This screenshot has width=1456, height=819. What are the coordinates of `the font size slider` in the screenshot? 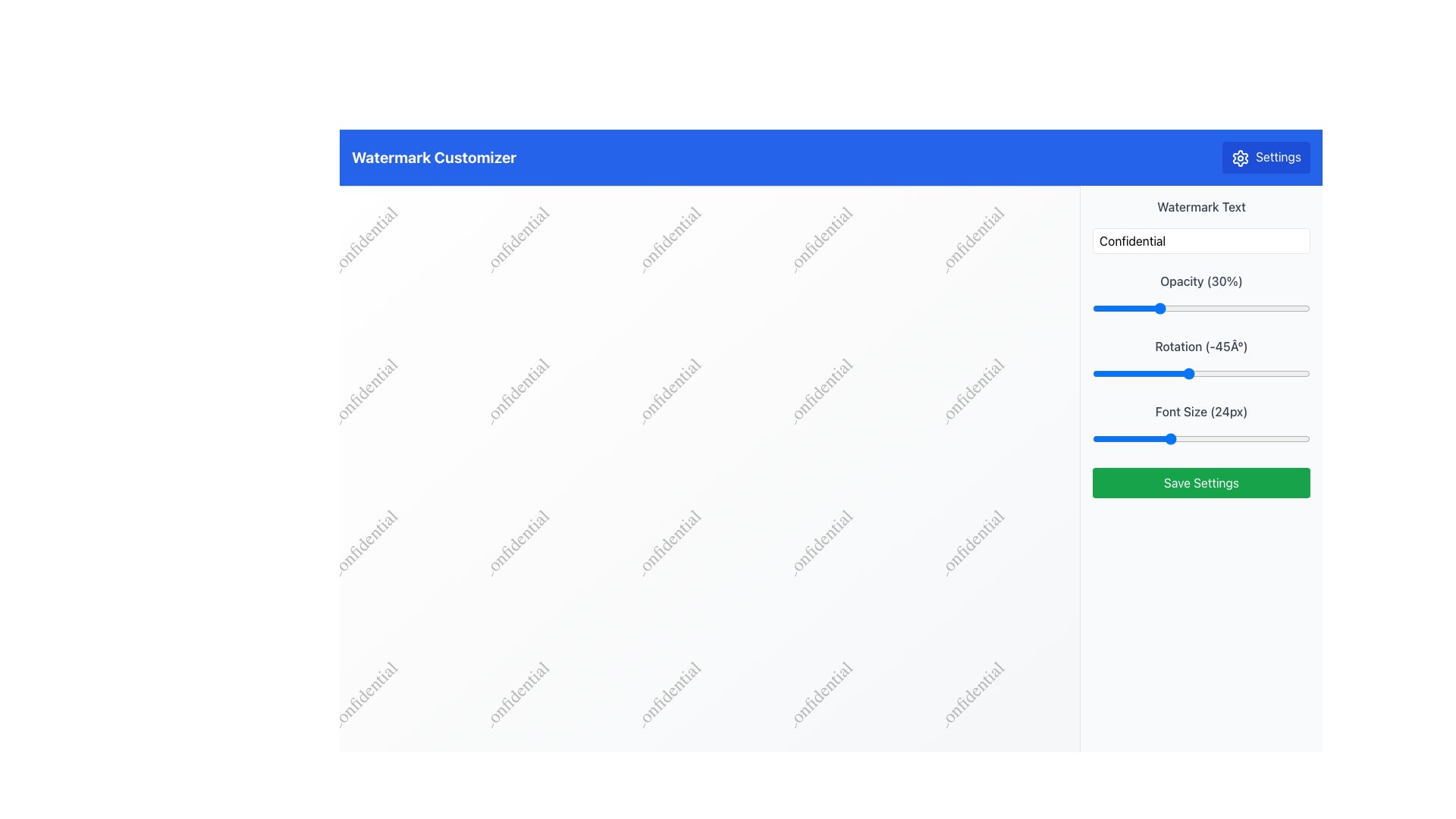 It's located at (1168, 438).